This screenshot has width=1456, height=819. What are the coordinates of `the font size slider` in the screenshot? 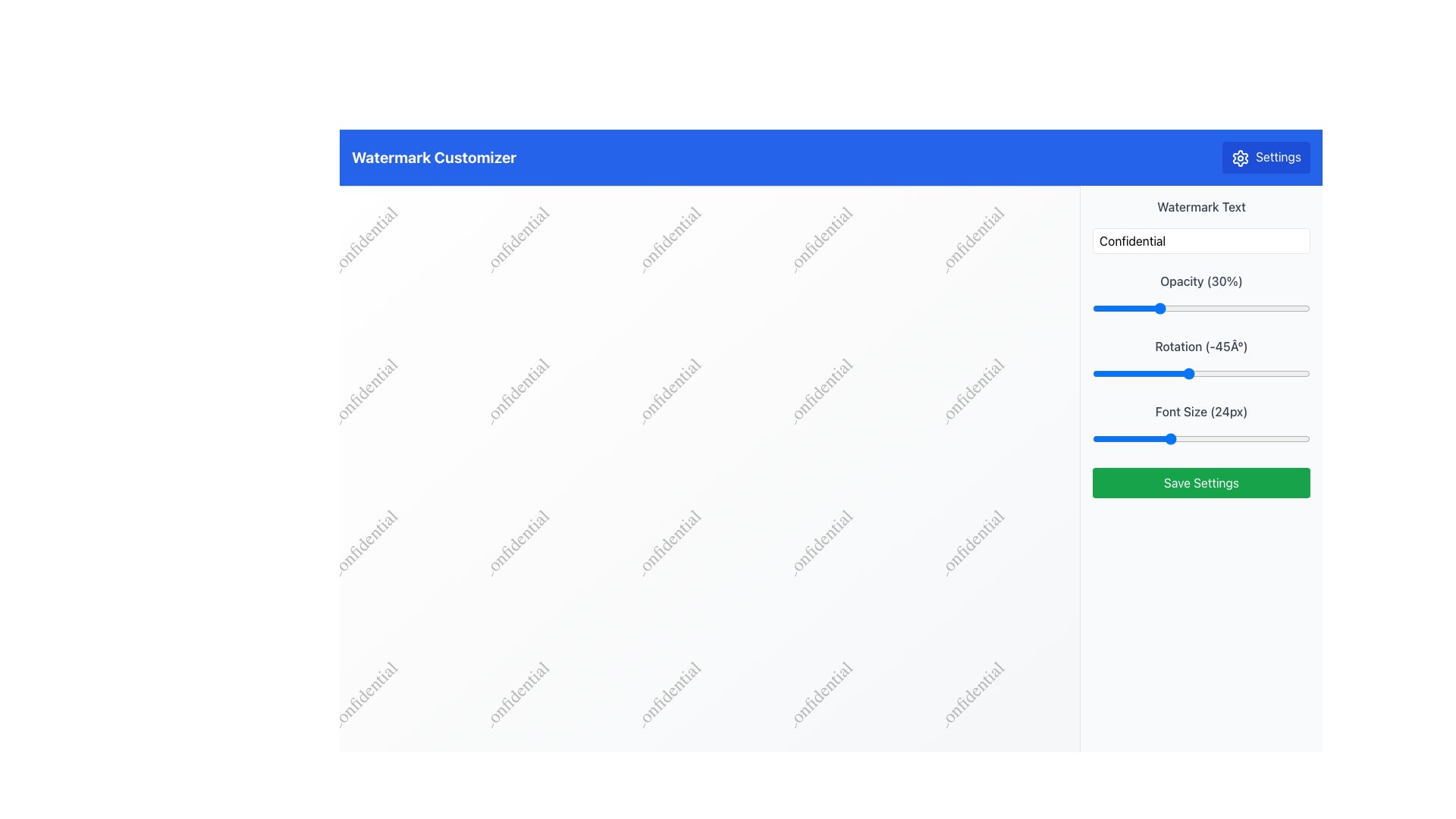 It's located at (1168, 438).